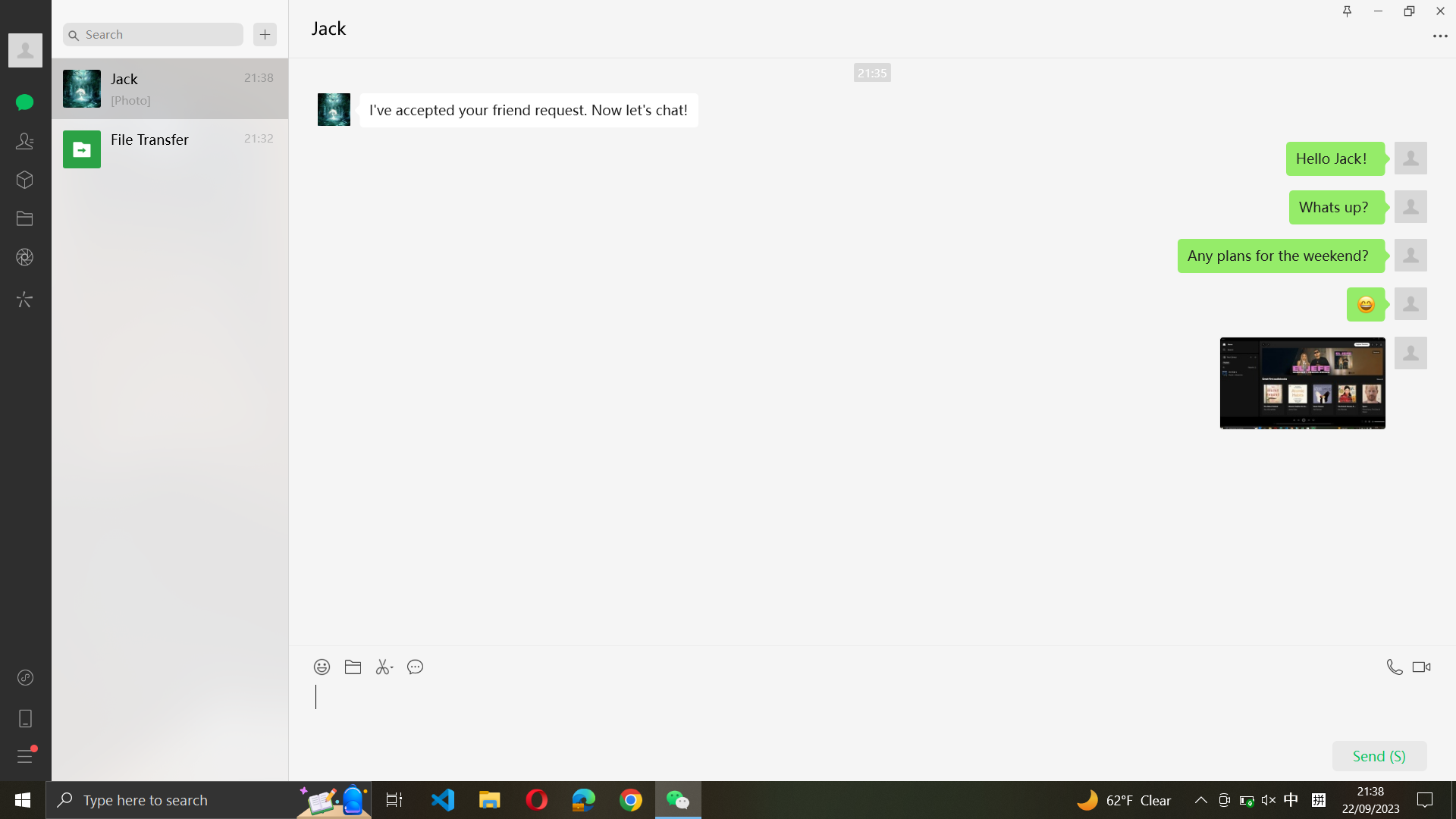  Describe the element at coordinates (26, 258) in the screenshot. I see `Turn on the camera setting` at that location.